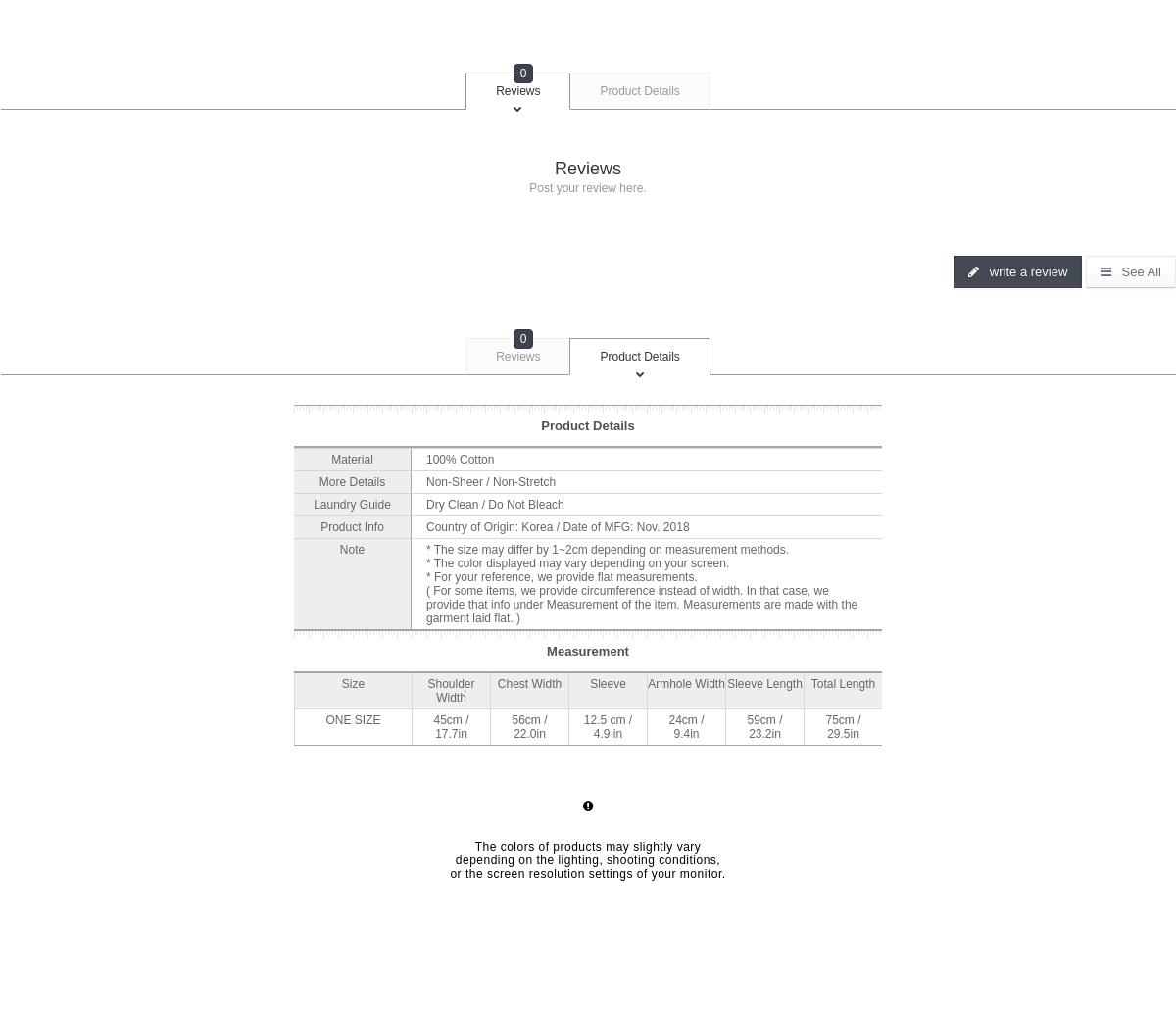 The width and height of the screenshot is (1176, 1025). What do you see at coordinates (608, 730) in the screenshot?
I see `'4.9 in'` at bounding box center [608, 730].